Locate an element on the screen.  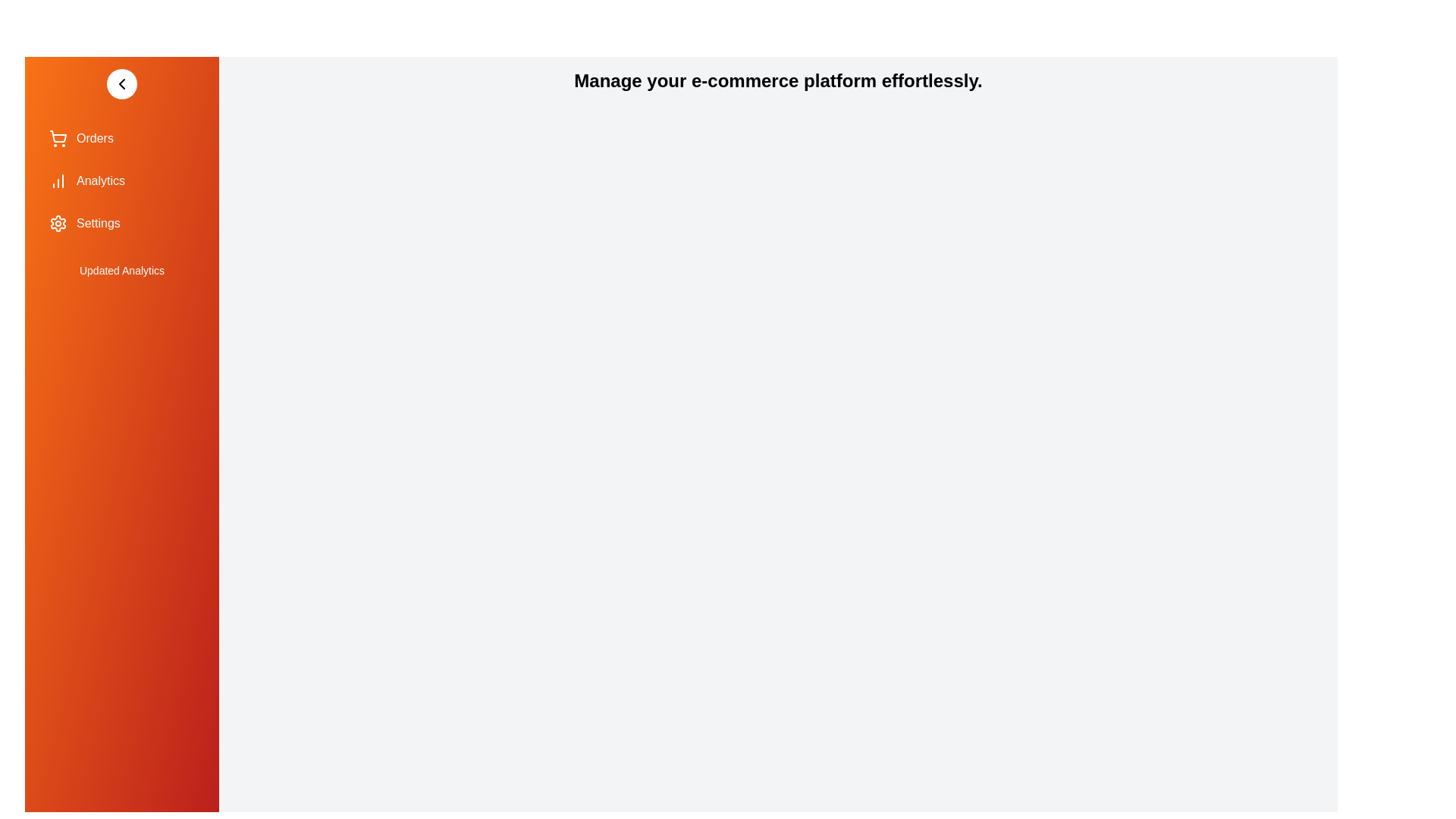
the 'Orders' menu item to navigate to the Orders section is located at coordinates (122, 138).